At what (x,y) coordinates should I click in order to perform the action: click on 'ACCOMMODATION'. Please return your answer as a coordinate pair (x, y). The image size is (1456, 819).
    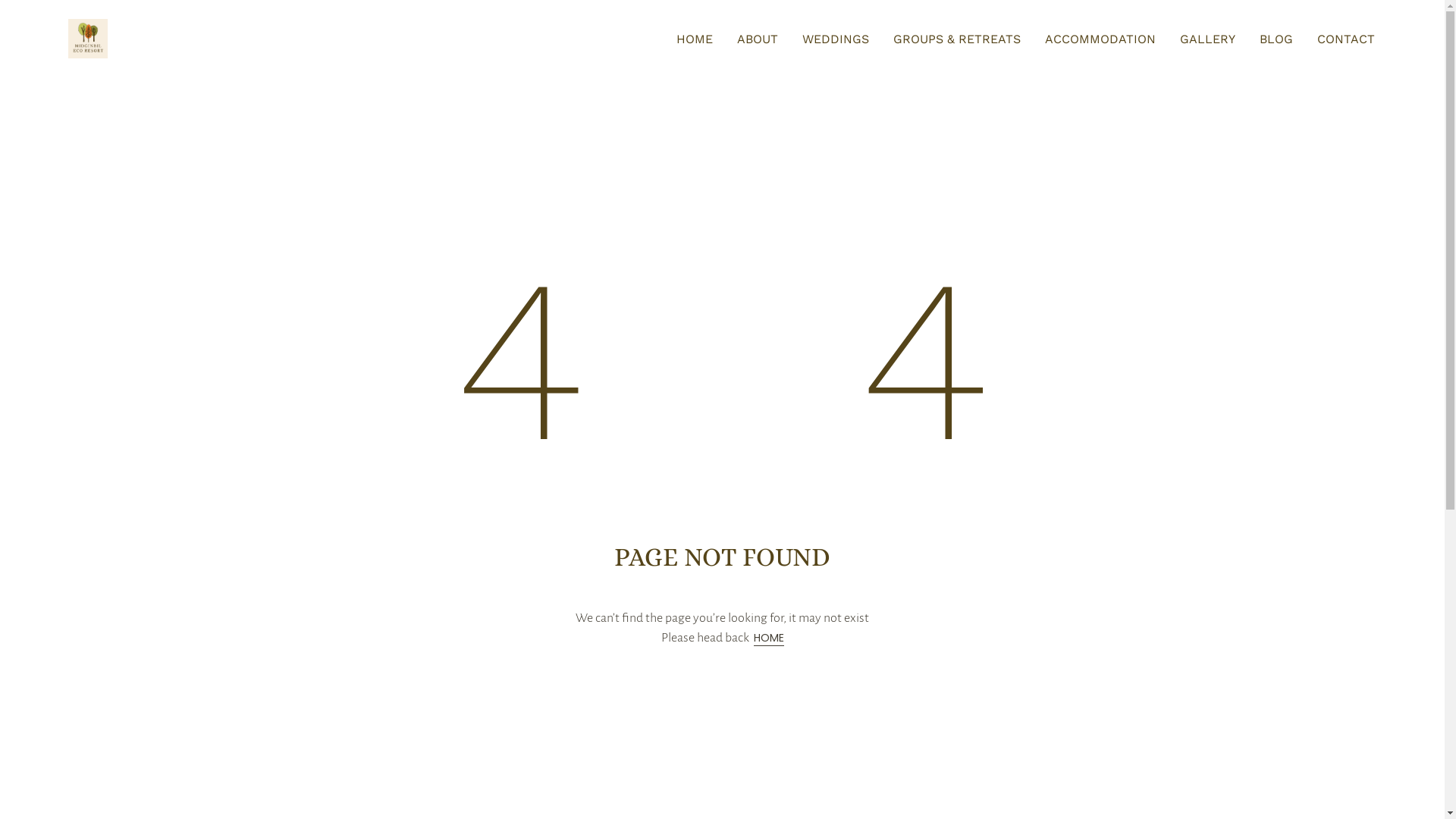
    Looking at the image, I should click on (1043, 38).